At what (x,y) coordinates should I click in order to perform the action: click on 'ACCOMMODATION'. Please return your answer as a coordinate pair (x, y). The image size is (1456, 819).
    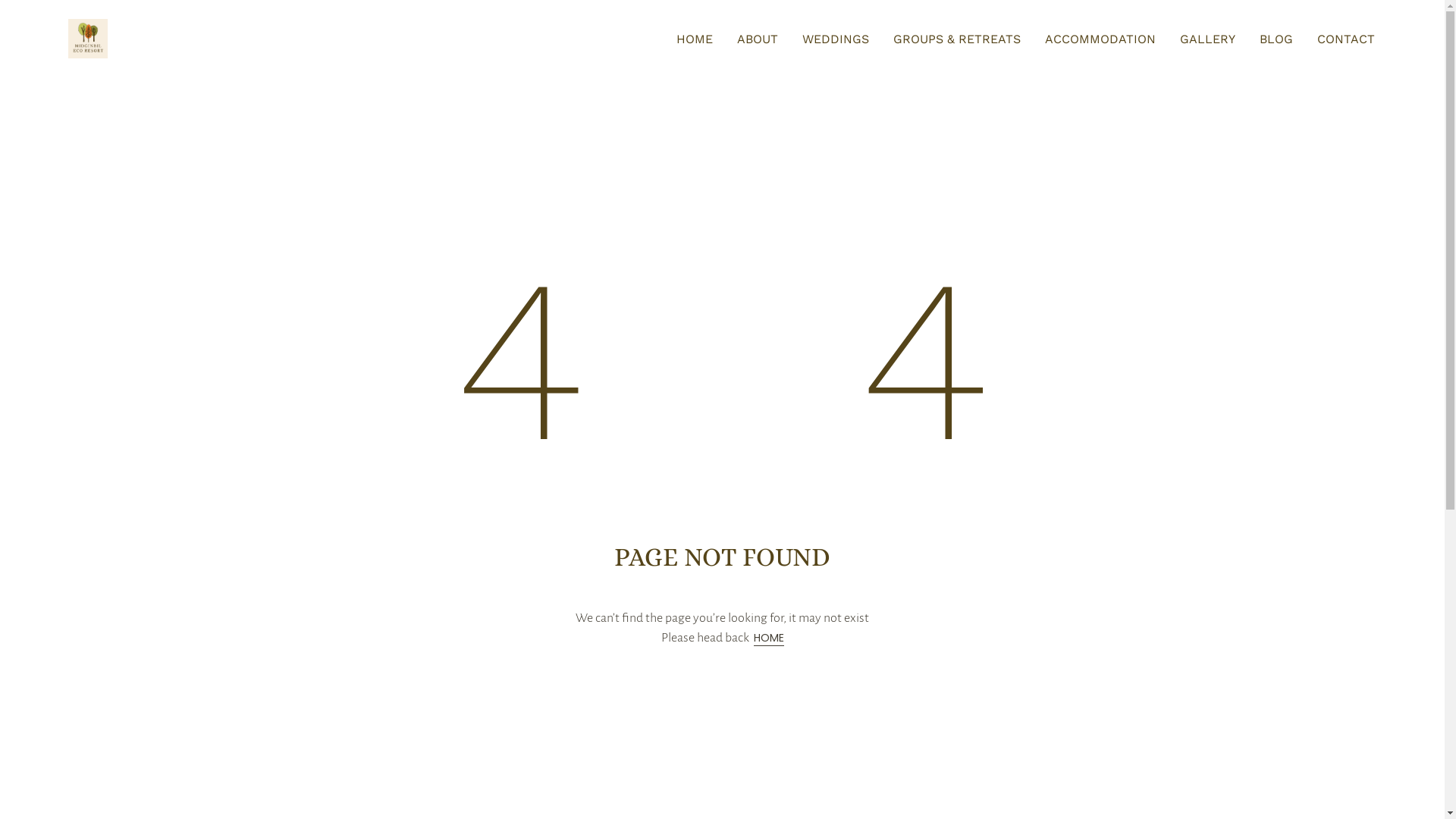
    Looking at the image, I should click on (1043, 38).